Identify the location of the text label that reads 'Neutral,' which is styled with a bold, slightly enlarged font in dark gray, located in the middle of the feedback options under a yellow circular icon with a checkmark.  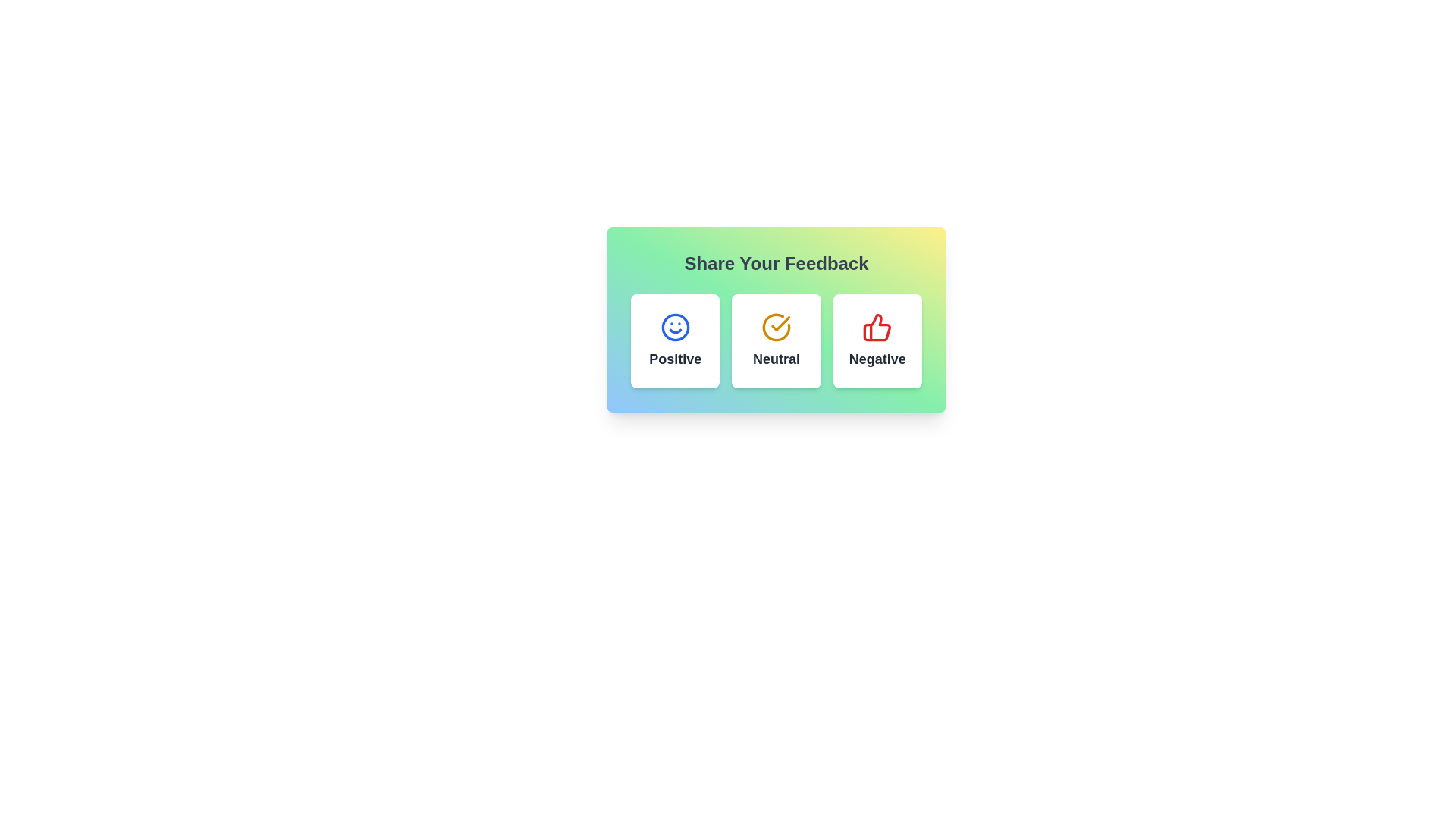
(776, 359).